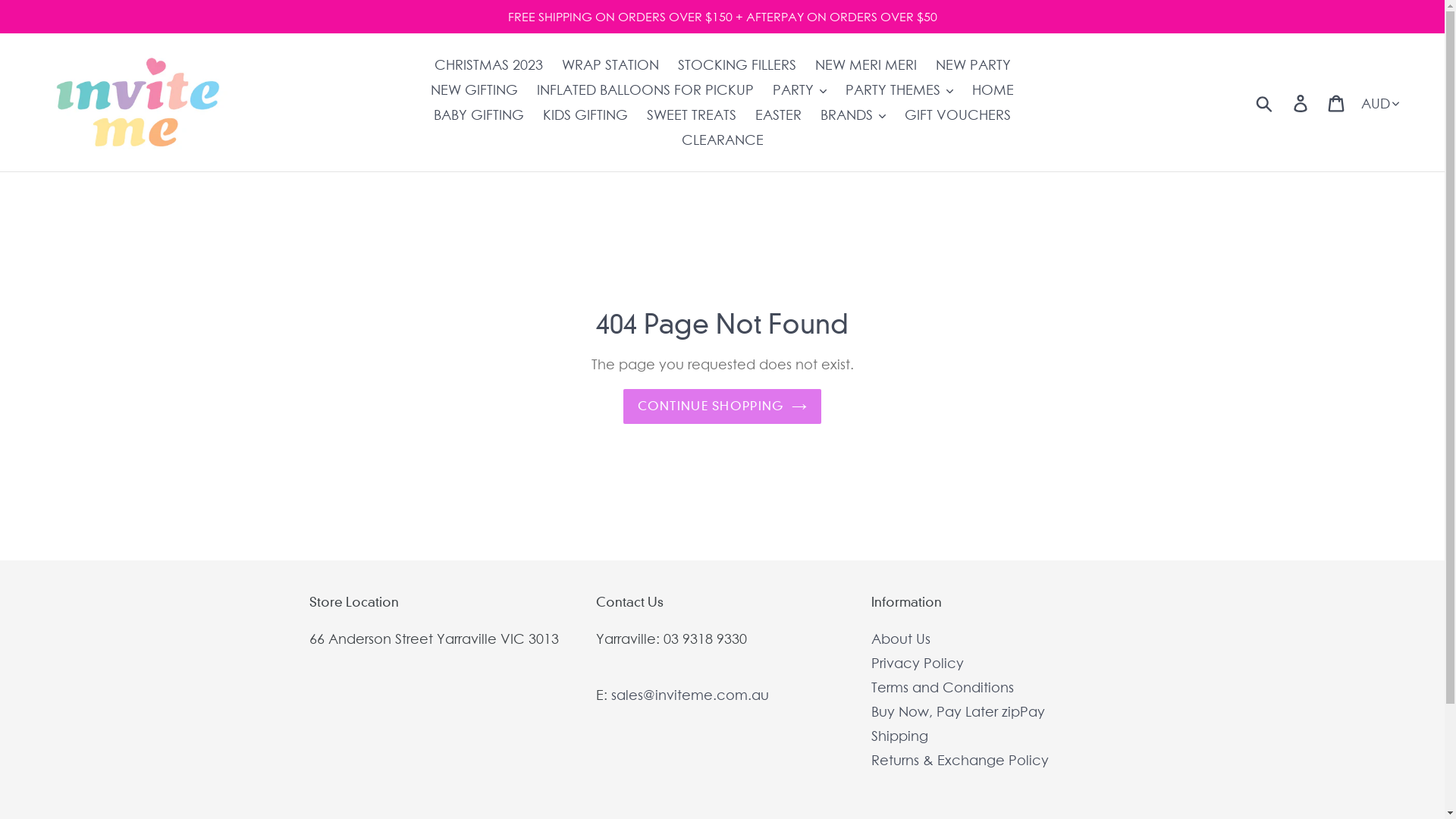 The image size is (1456, 819). Describe the element at coordinates (722, 406) in the screenshot. I see `'CONTINUE SHOPPING'` at that location.